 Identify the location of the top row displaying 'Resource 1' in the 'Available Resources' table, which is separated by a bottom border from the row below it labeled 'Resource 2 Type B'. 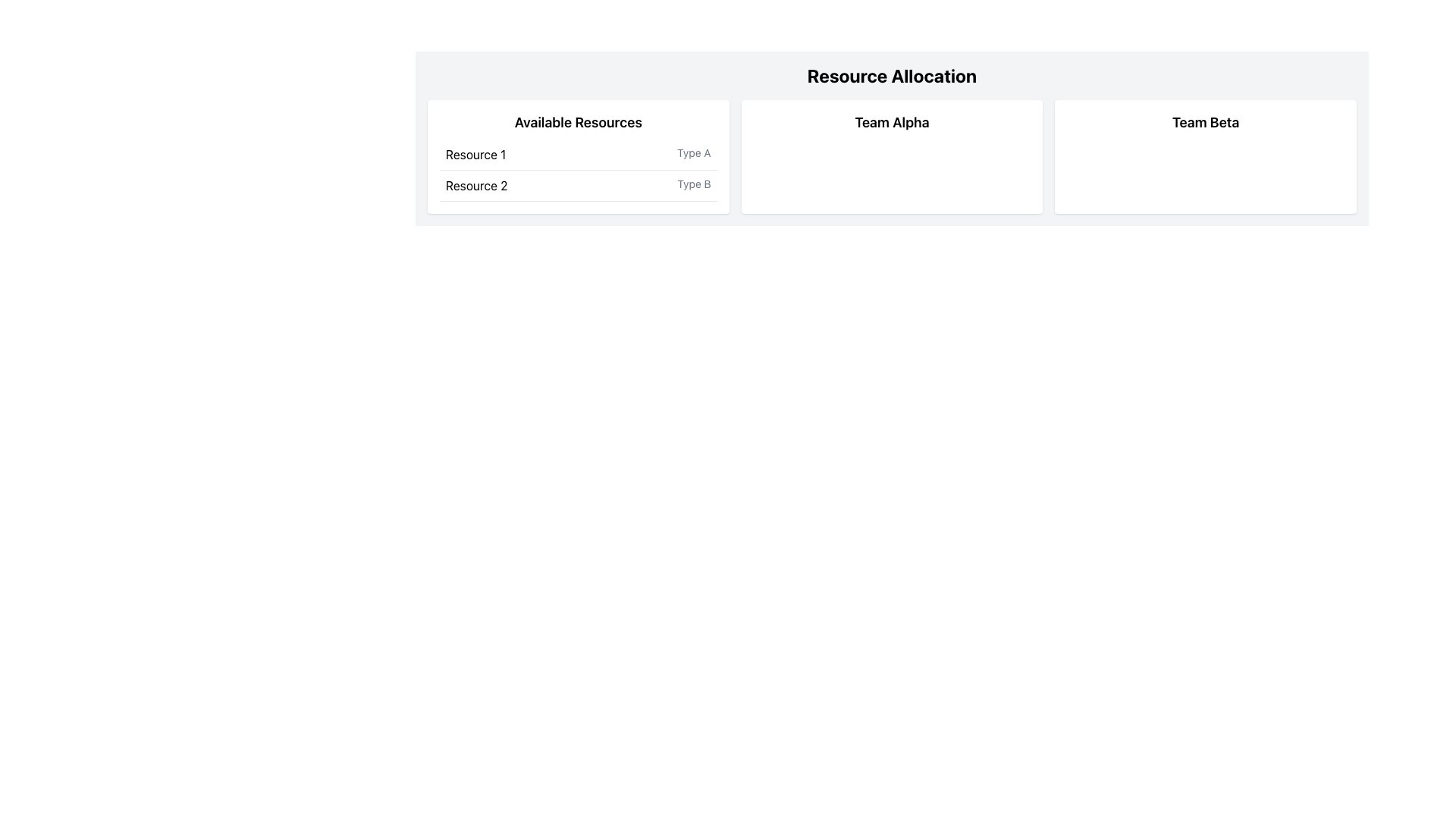
(577, 155).